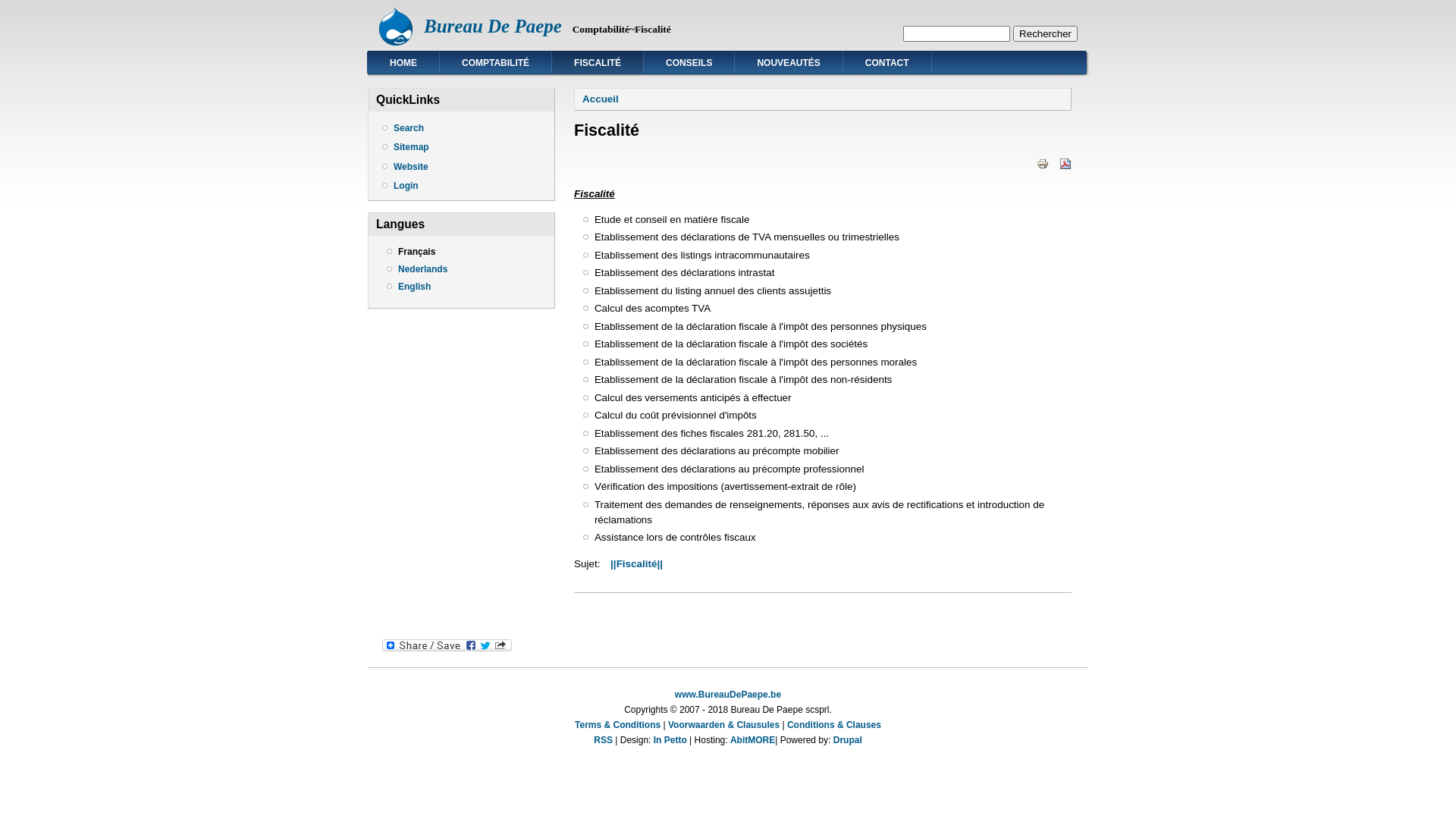 This screenshot has width=1456, height=819. Describe the element at coordinates (465, 127) in the screenshot. I see `'Search'` at that location.